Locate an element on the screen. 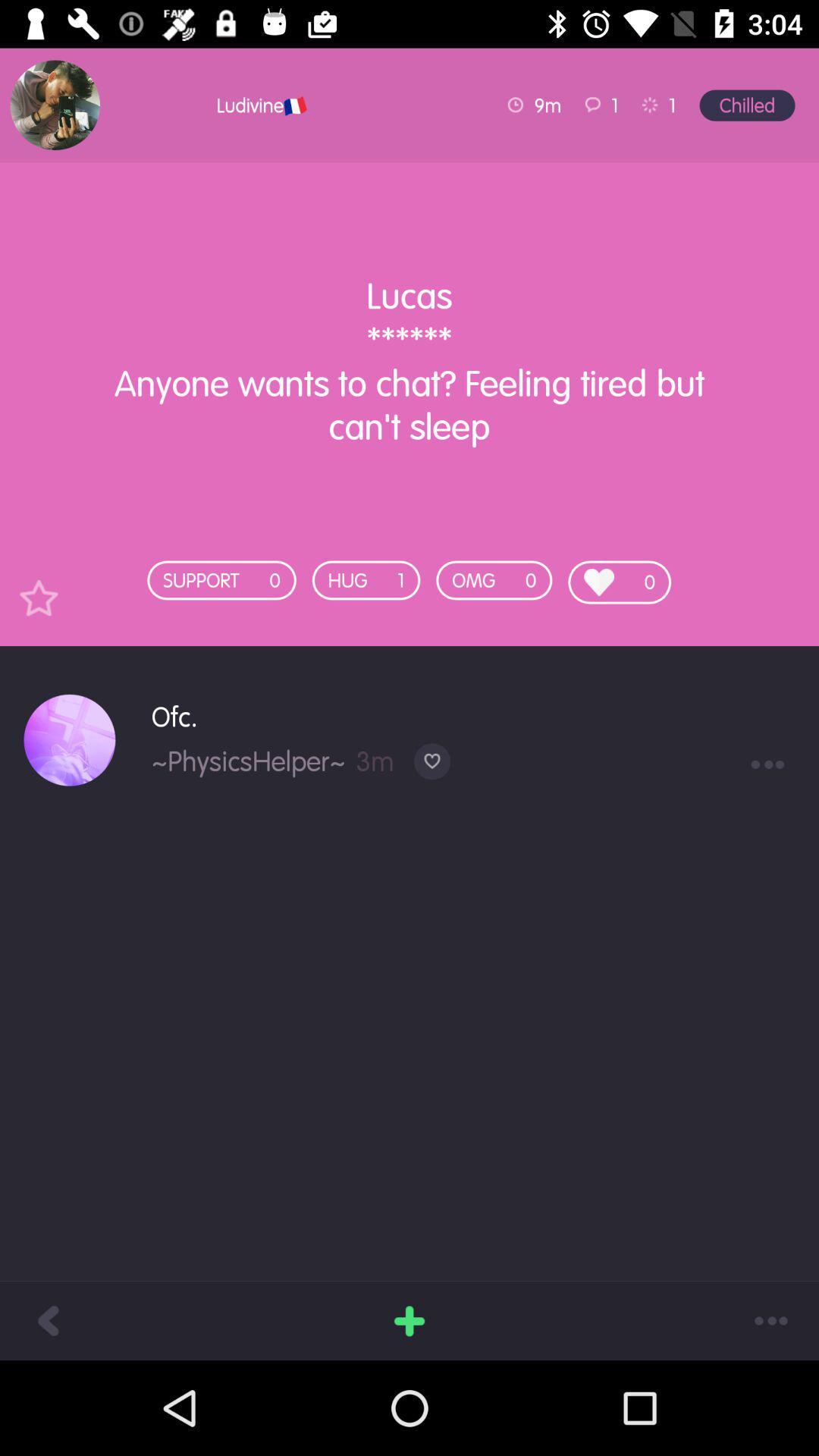  the icon above lucas anyone wants item is located at coordinates (54, 104).